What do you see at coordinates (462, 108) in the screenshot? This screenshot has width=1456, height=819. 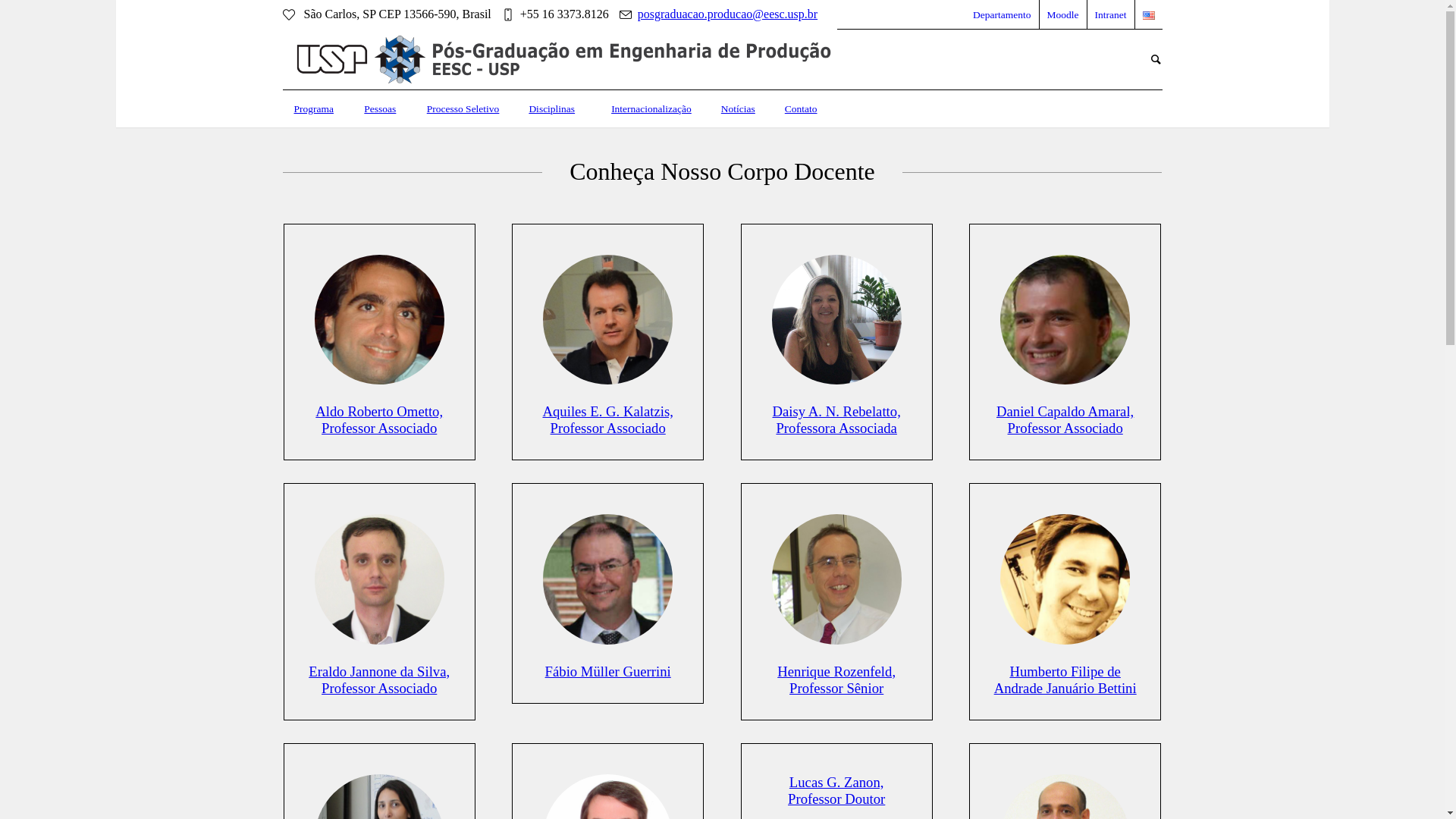 I see `'Processo Seletivo'` at bounding box center [462, 108].